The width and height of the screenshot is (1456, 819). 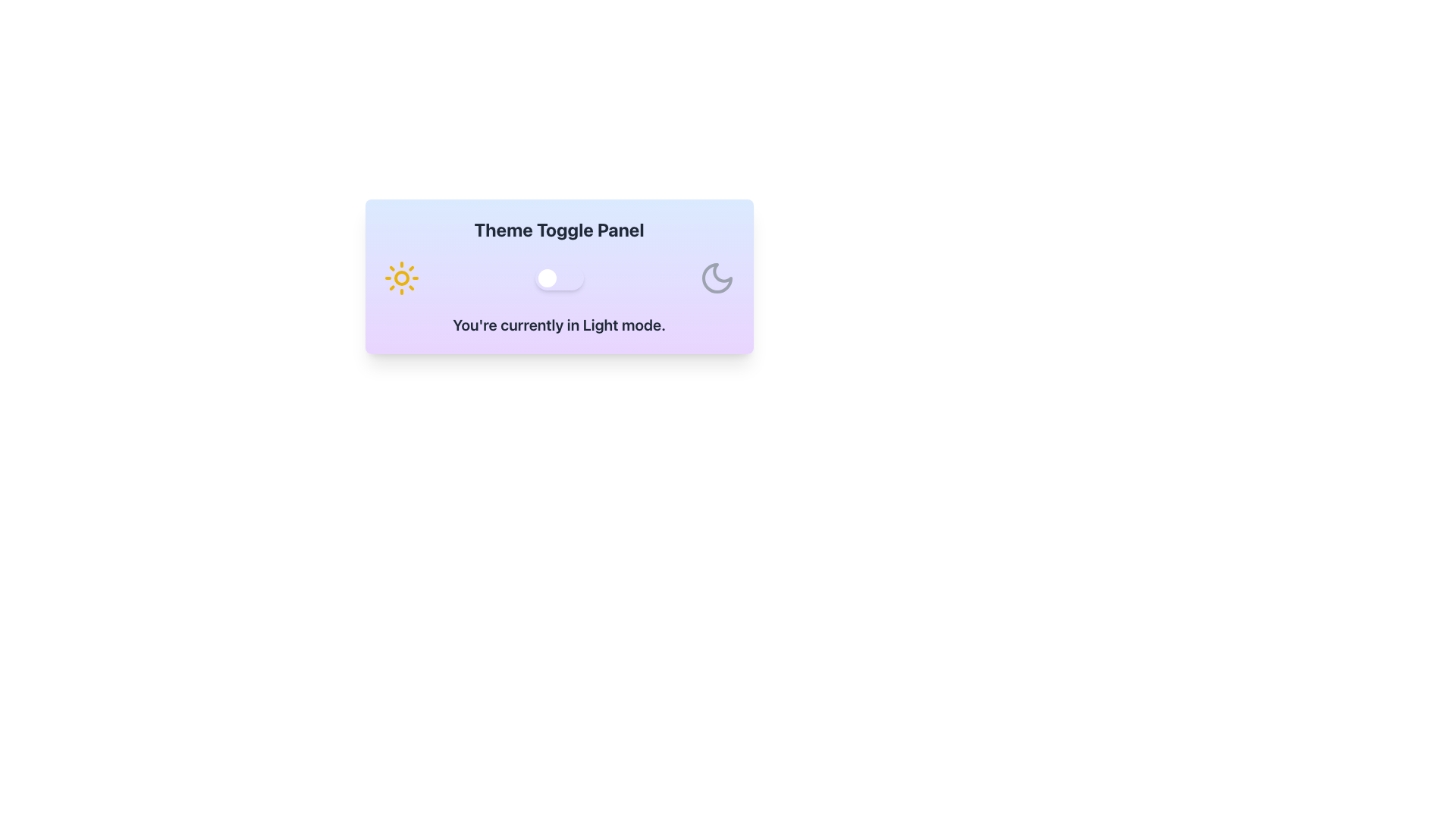 What do you see at coordinates (401, 278) in the screenshot?
I see `the bright yellow sun icon representing light mode located in the top-left corner of the 'Theme Toggle Panel' for interaction` at bounding box center [401, 278].